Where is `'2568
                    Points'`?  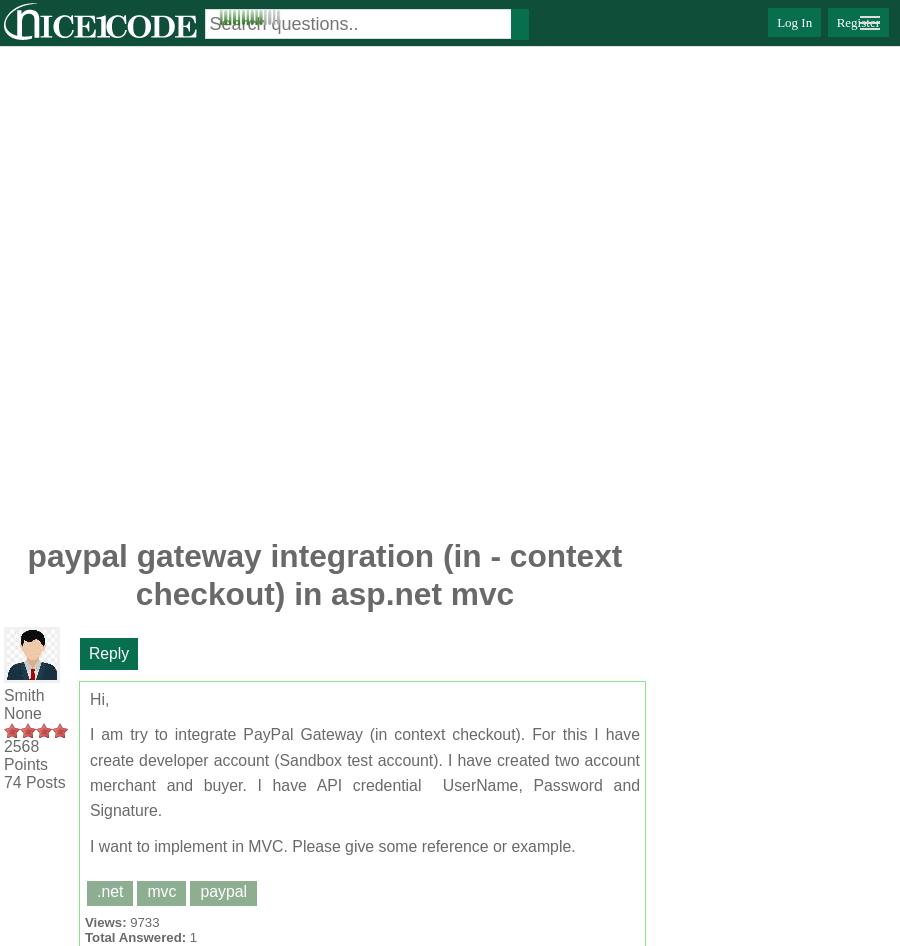
'2568
                    Points' is located at coordinates (25, 754).